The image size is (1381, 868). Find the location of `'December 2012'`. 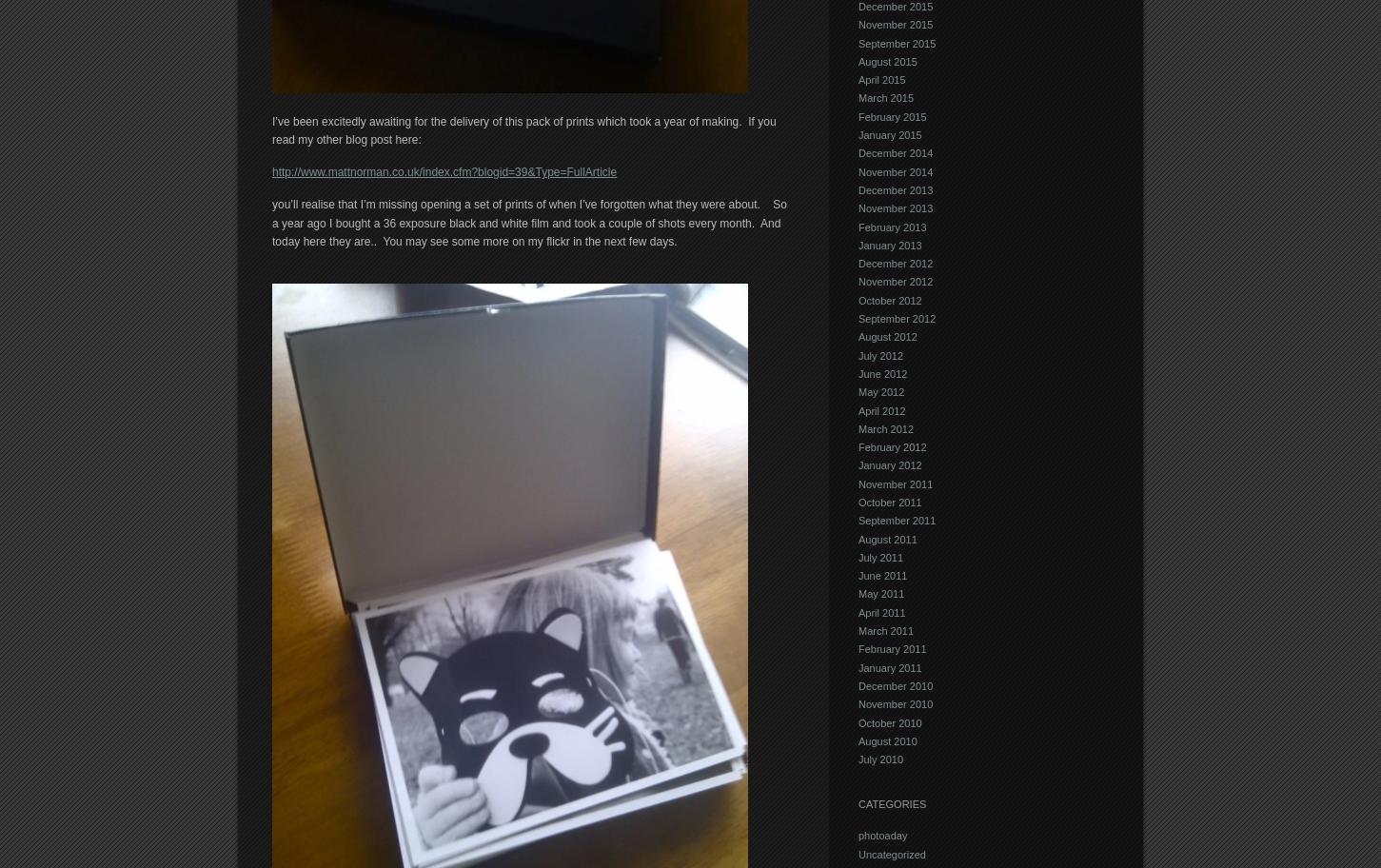

'December 2012' is located at coordinates (895, 262).